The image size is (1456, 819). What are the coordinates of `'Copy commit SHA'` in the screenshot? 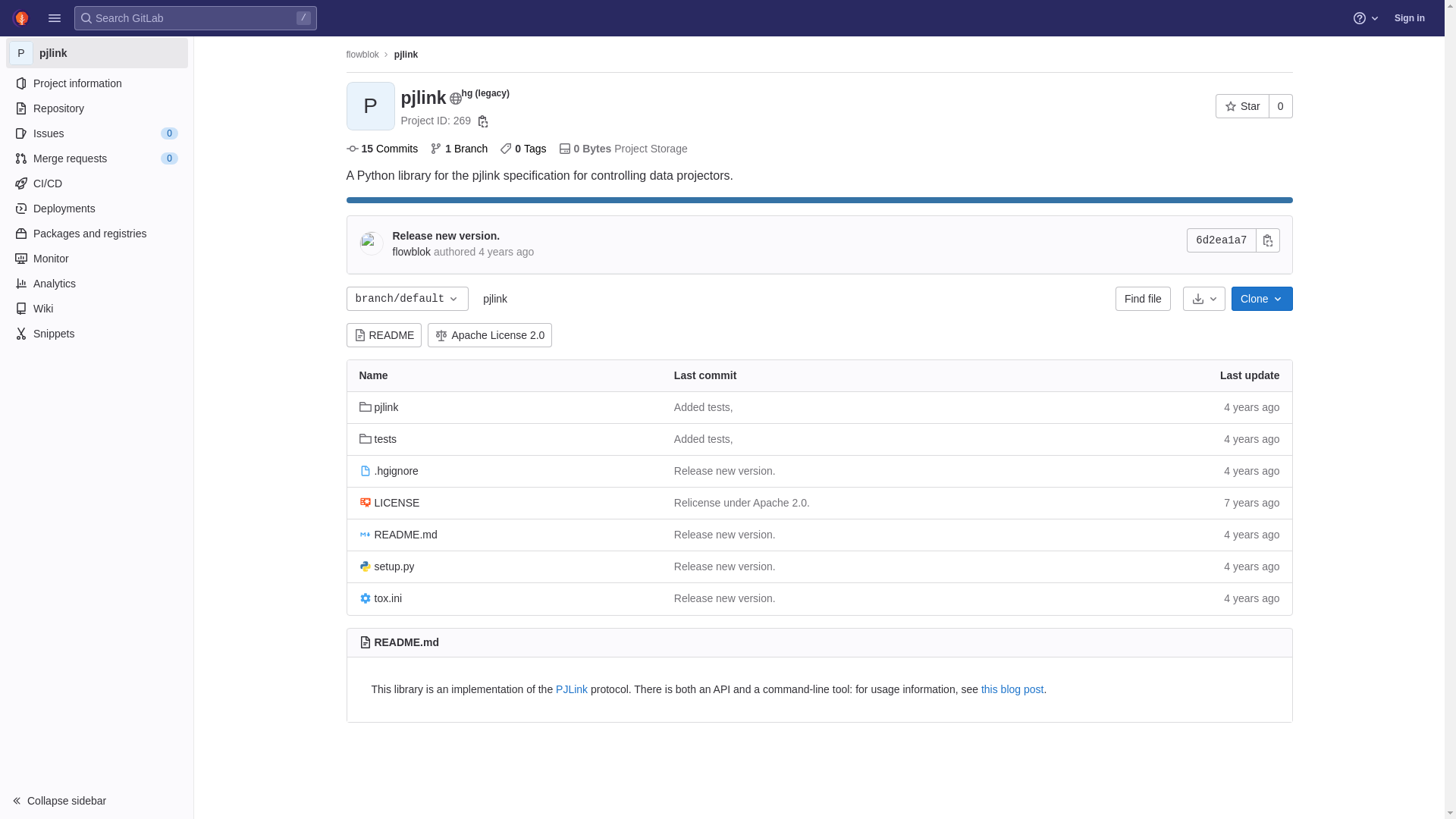 It's located at (1256, 239).